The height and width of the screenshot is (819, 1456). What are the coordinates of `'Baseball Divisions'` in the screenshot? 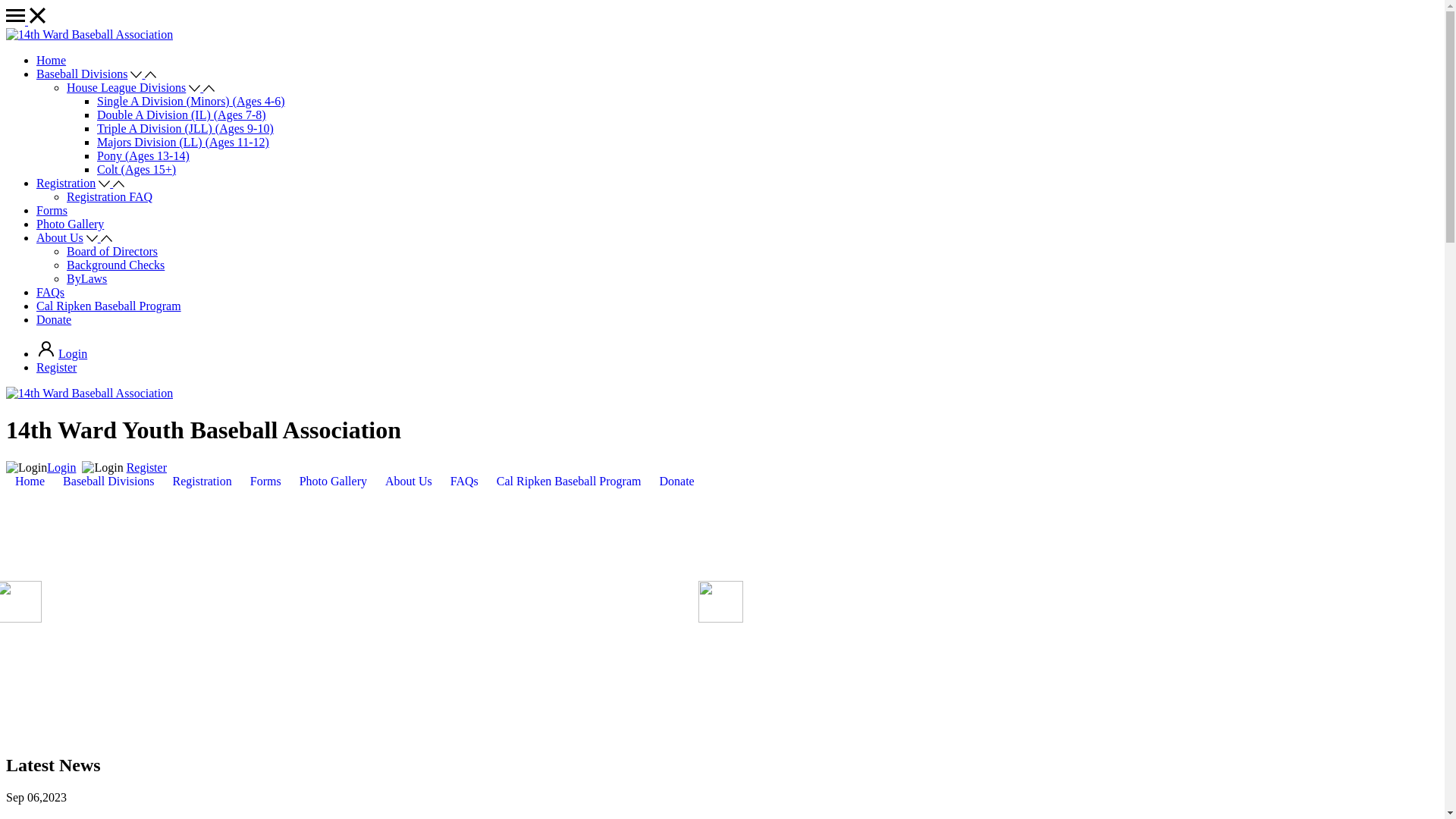 It's located at (108, 482).